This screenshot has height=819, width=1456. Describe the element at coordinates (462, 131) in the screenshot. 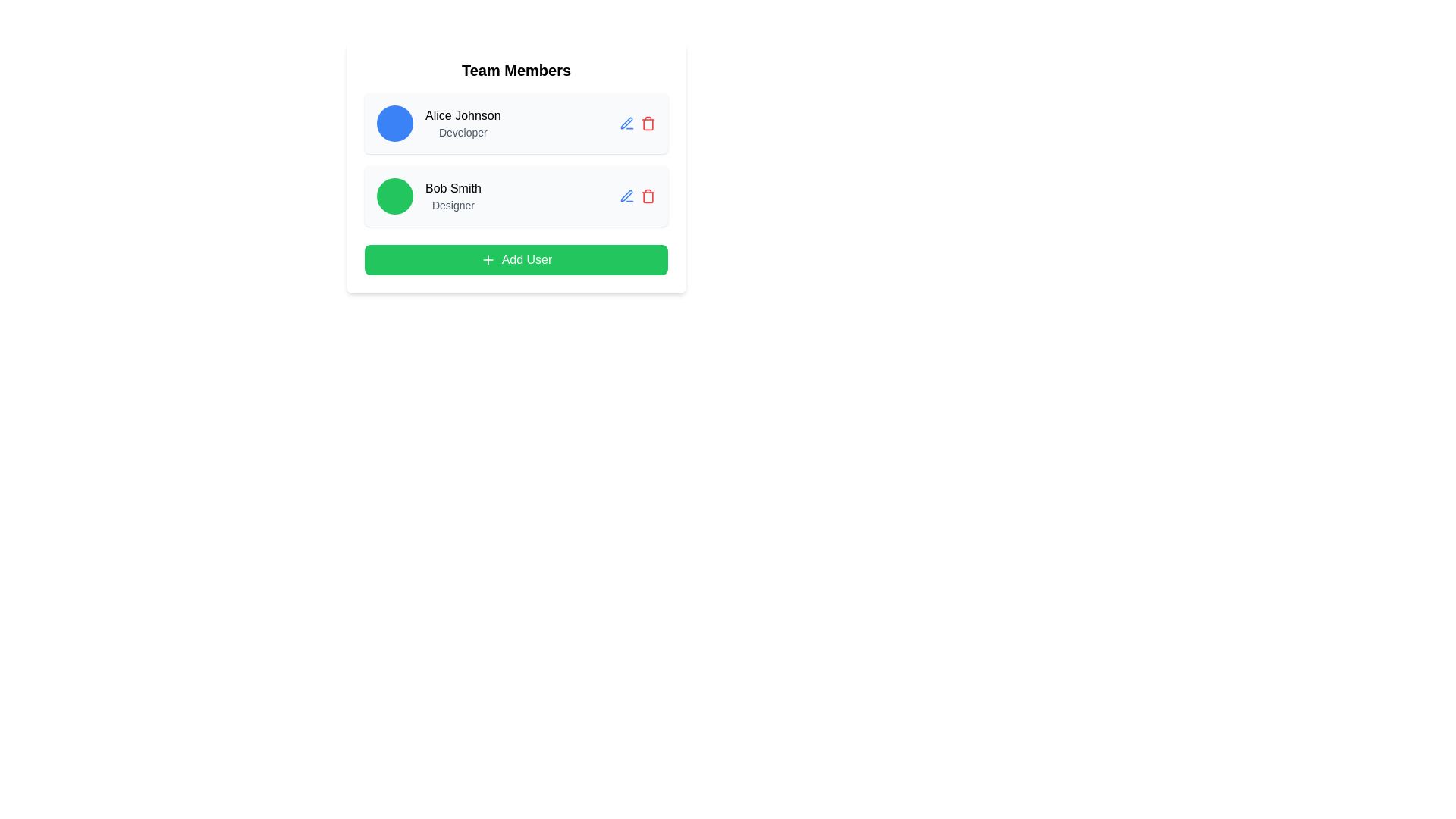

I see `the text label indicating the role 'Developer' for the individual 'Alice Johnson' in the team list` at that location.